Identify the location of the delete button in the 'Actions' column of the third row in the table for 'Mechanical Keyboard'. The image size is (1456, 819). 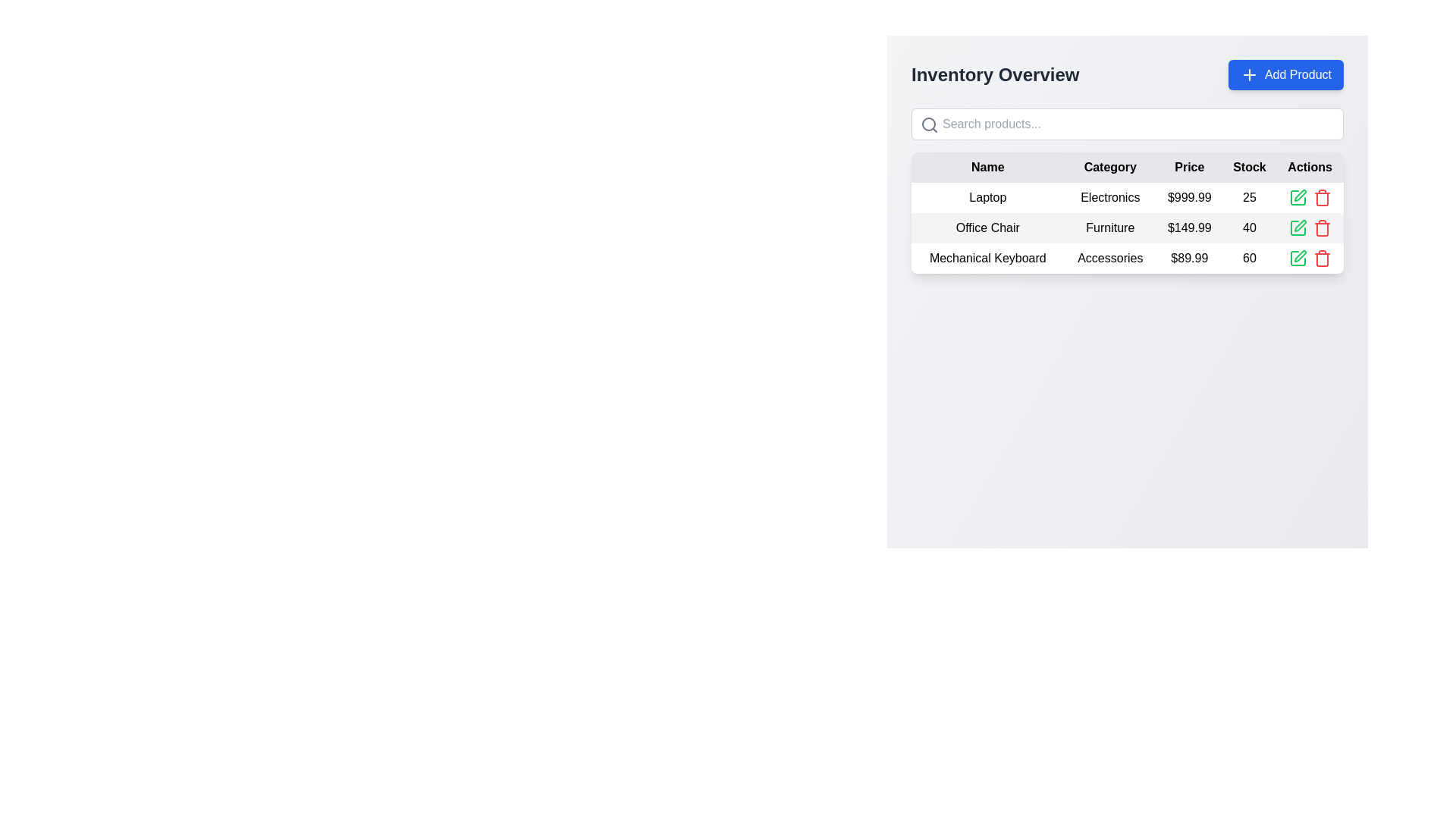
(1321, 257).